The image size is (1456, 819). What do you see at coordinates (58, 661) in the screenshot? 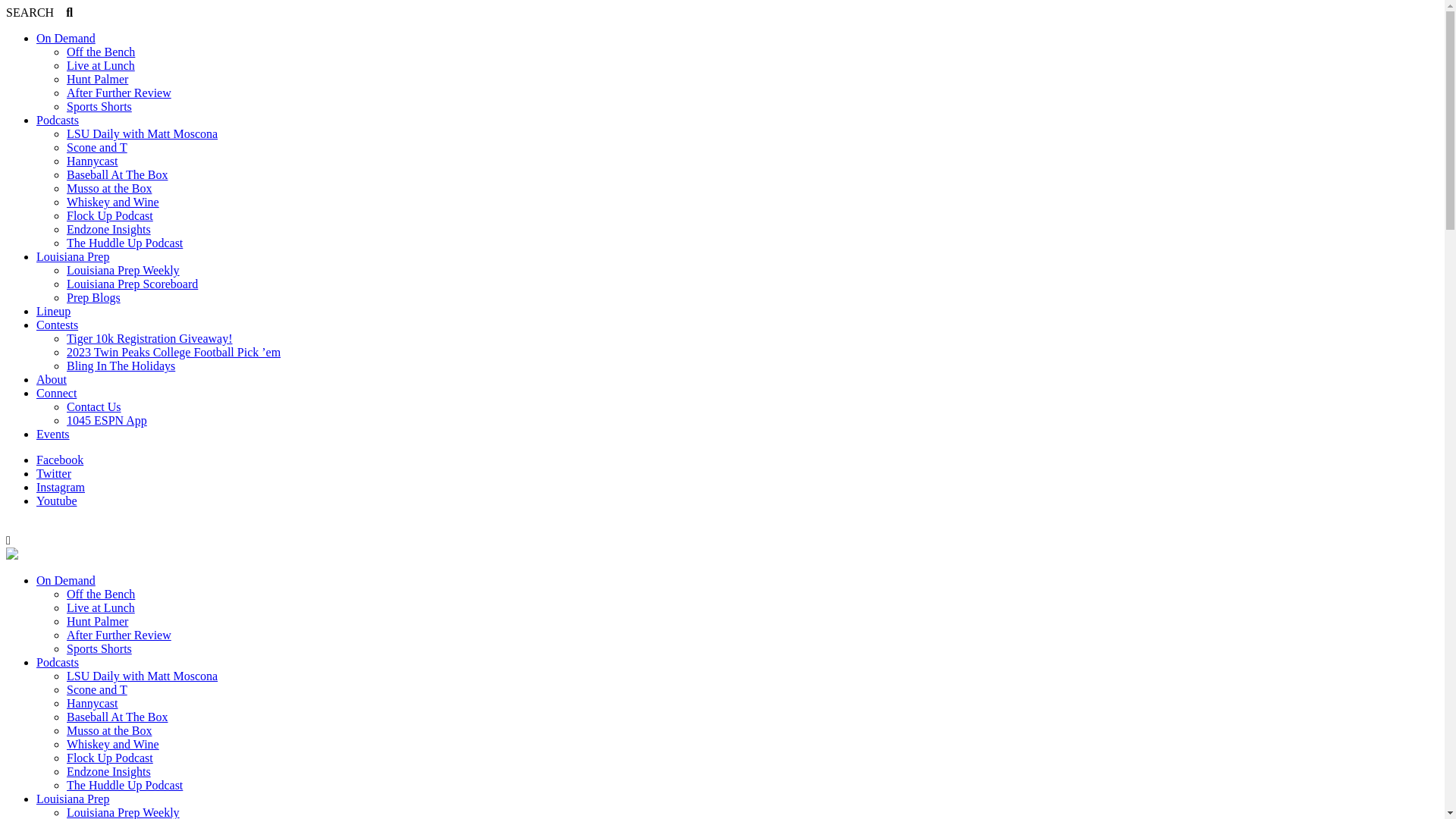
I see `'Podcasts'` at bounding box center [58, 661].